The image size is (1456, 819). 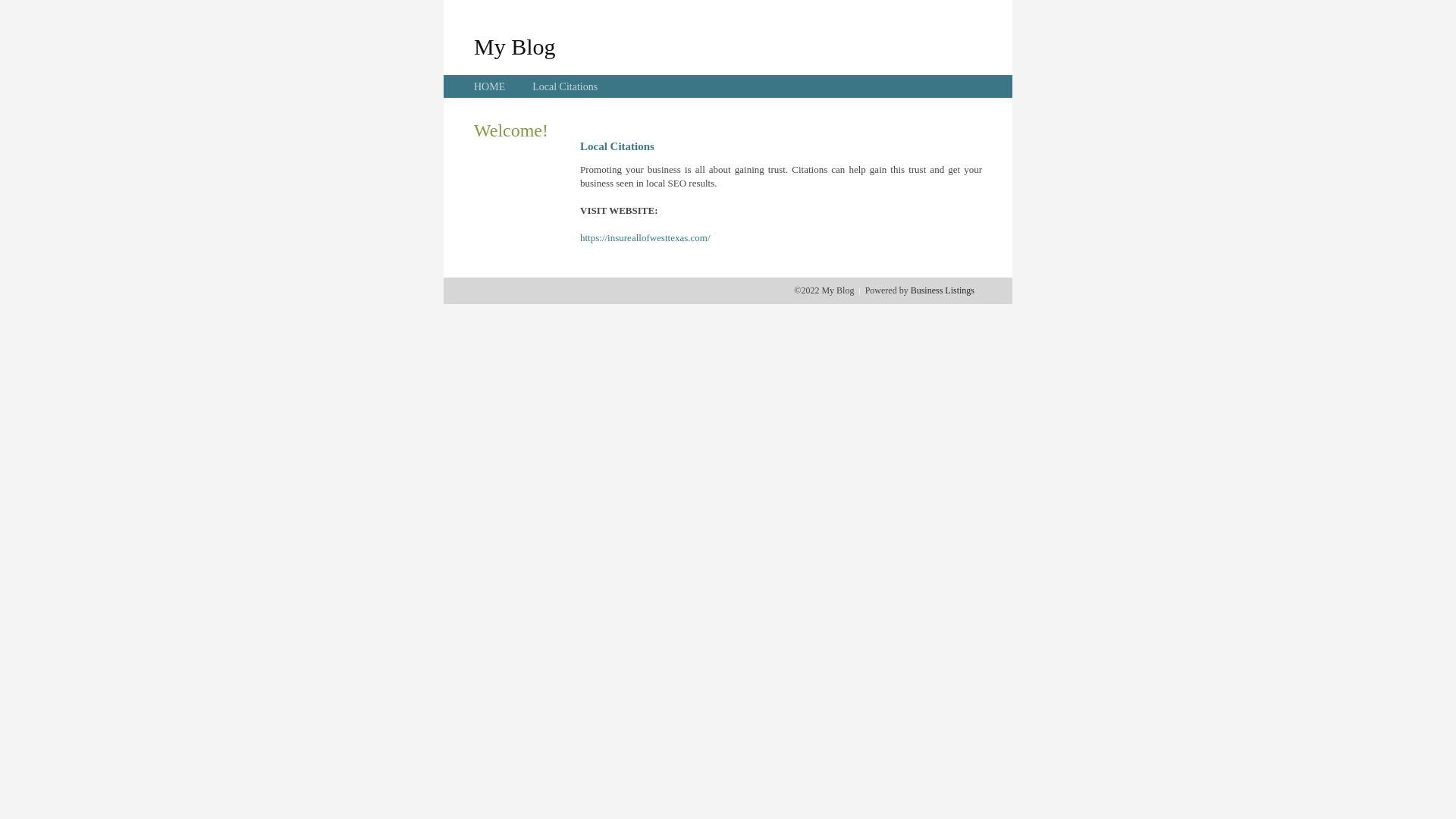 What do you see at coordinates (514, 45) in the screenshot?
I see `'My Blog'` at bounding box center [514, 45].